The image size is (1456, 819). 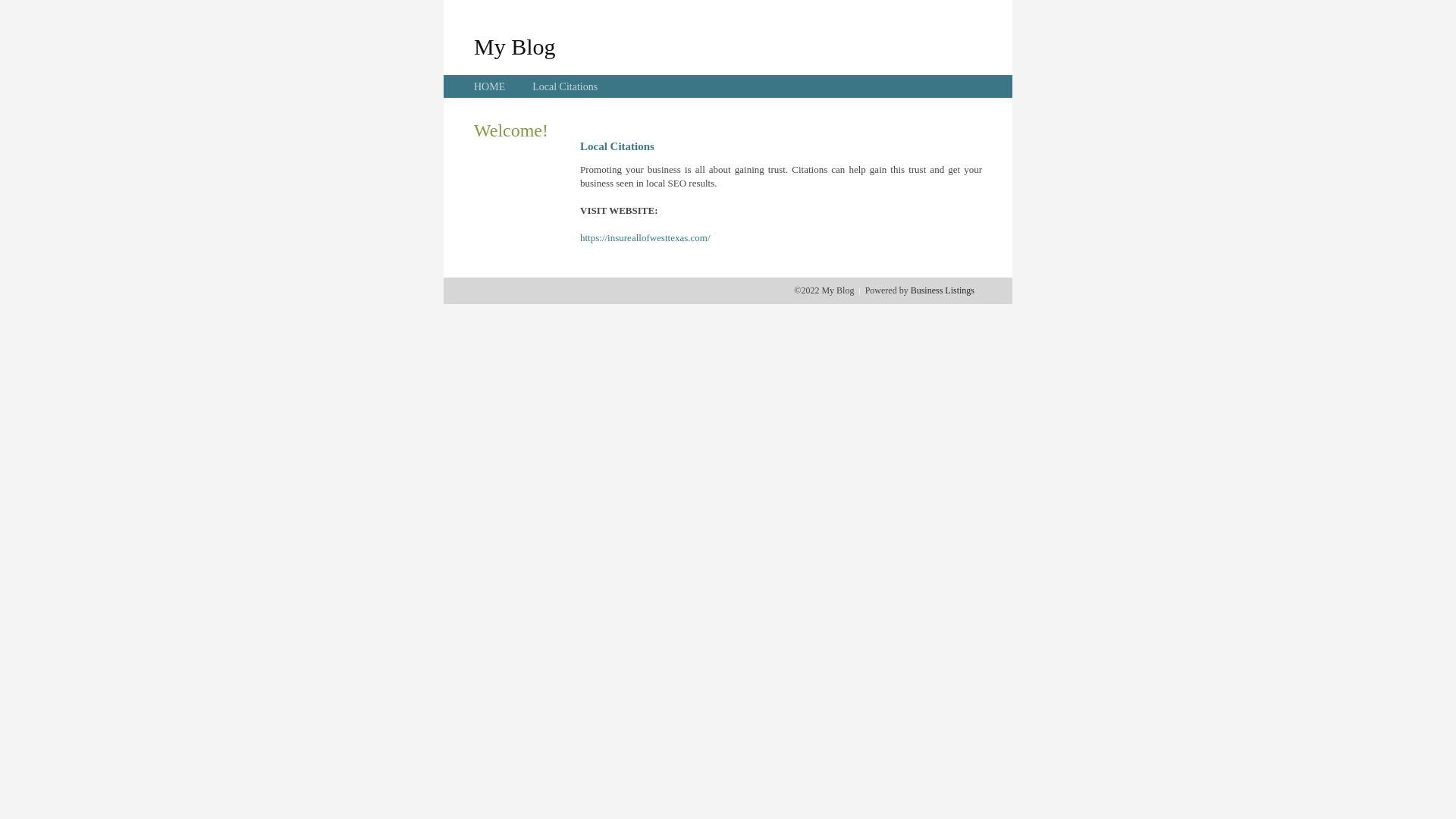 What do you see at coordinates (514, 45) in the screenshot?
I see `'My Blog'` at bounding box center [514, 45].